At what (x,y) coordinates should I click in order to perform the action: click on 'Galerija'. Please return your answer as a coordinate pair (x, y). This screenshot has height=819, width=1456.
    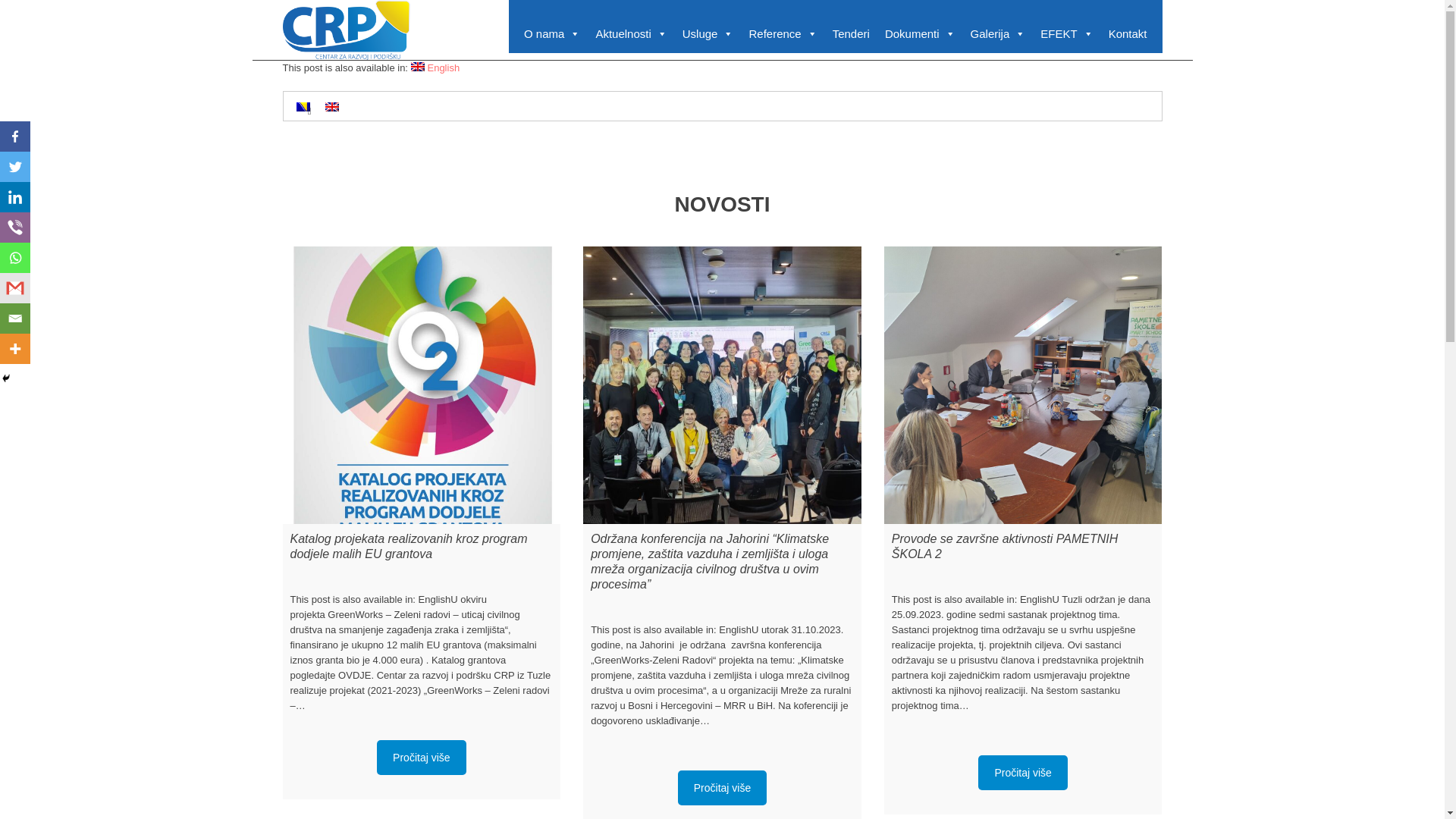
    Looking at the image, I should click on (962, 34).